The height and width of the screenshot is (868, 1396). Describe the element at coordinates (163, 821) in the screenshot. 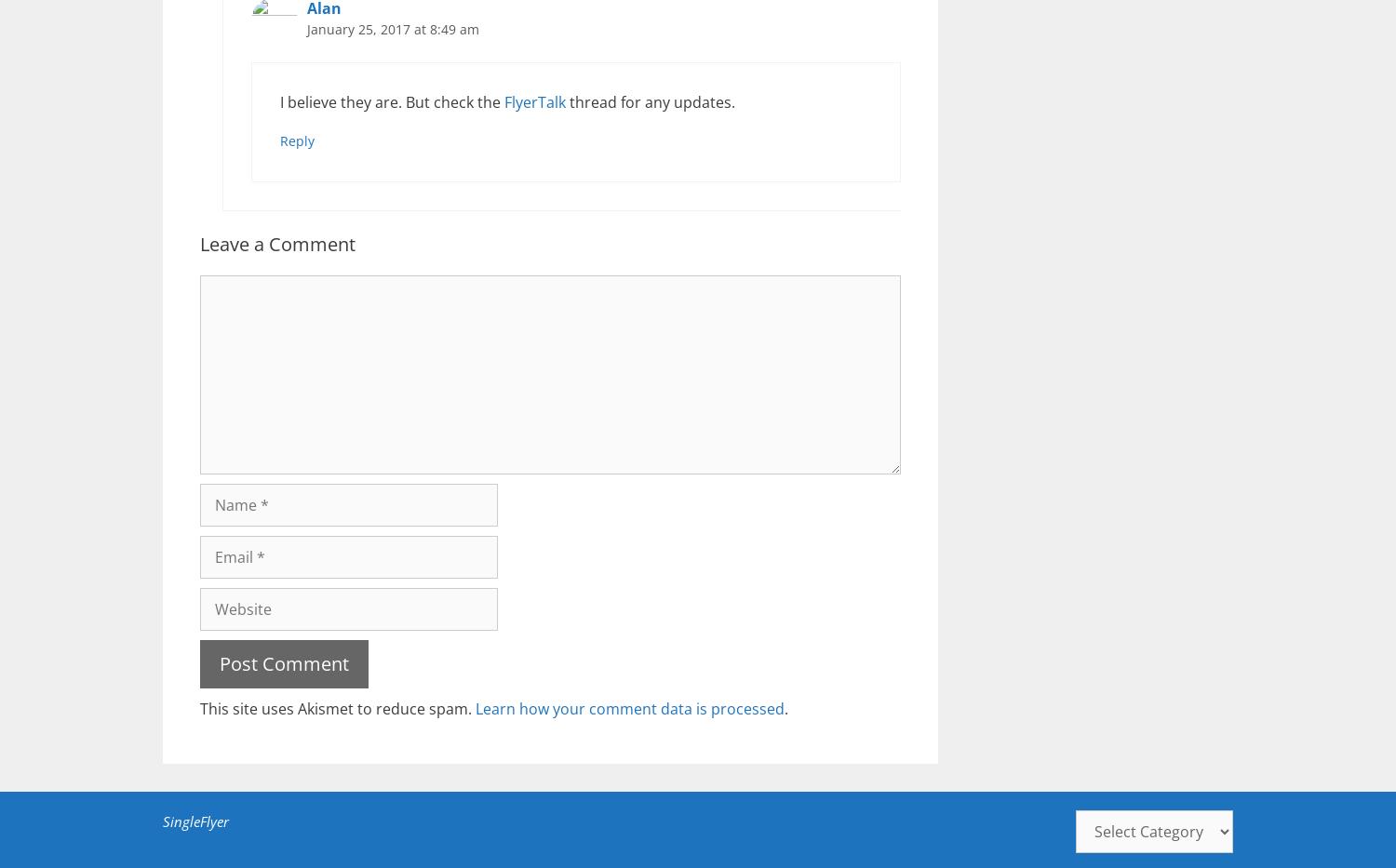

I see `'SingleFlyer'` at that location.